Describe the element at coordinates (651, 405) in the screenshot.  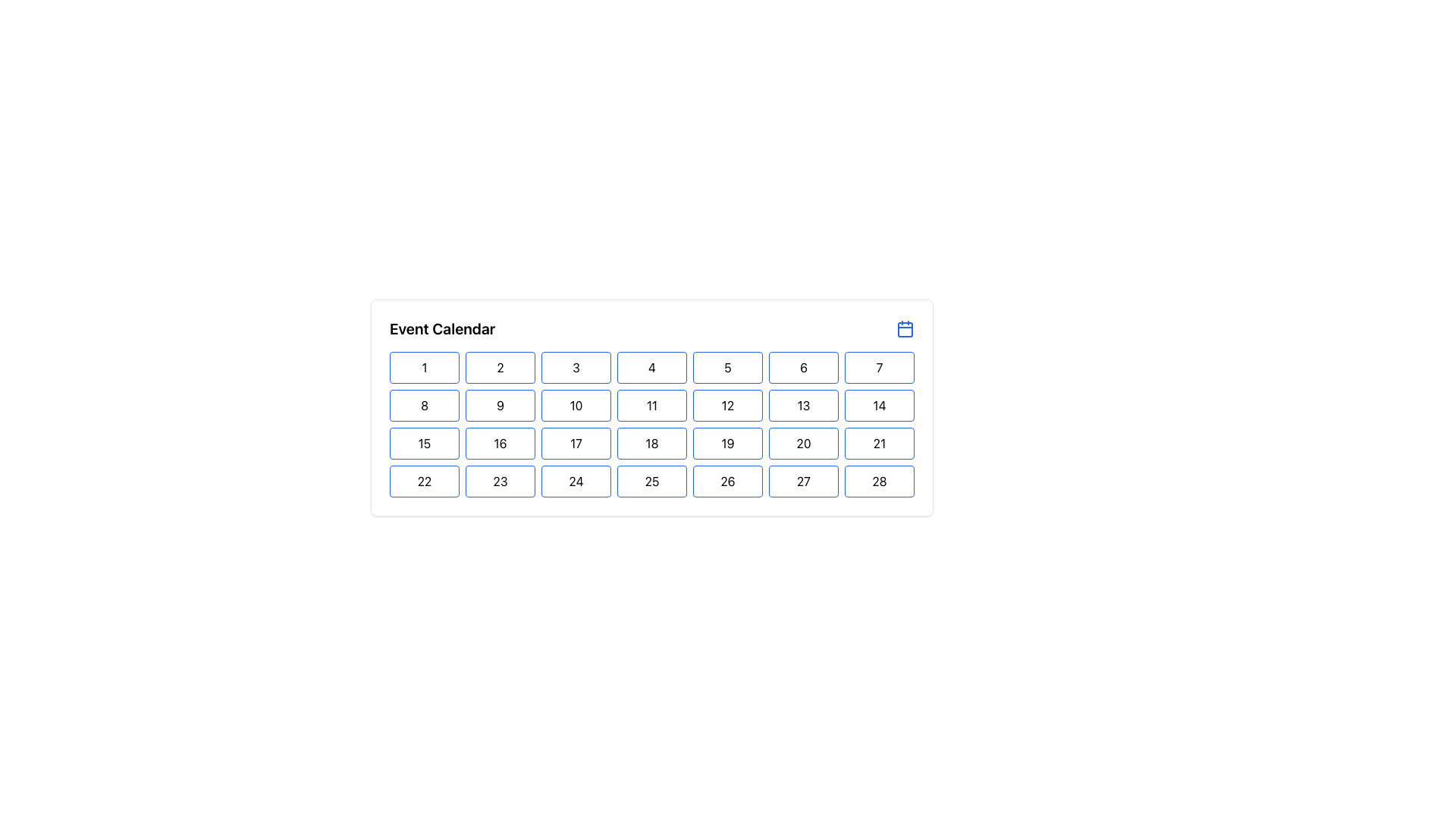
I see `the date selection button located` at that location.